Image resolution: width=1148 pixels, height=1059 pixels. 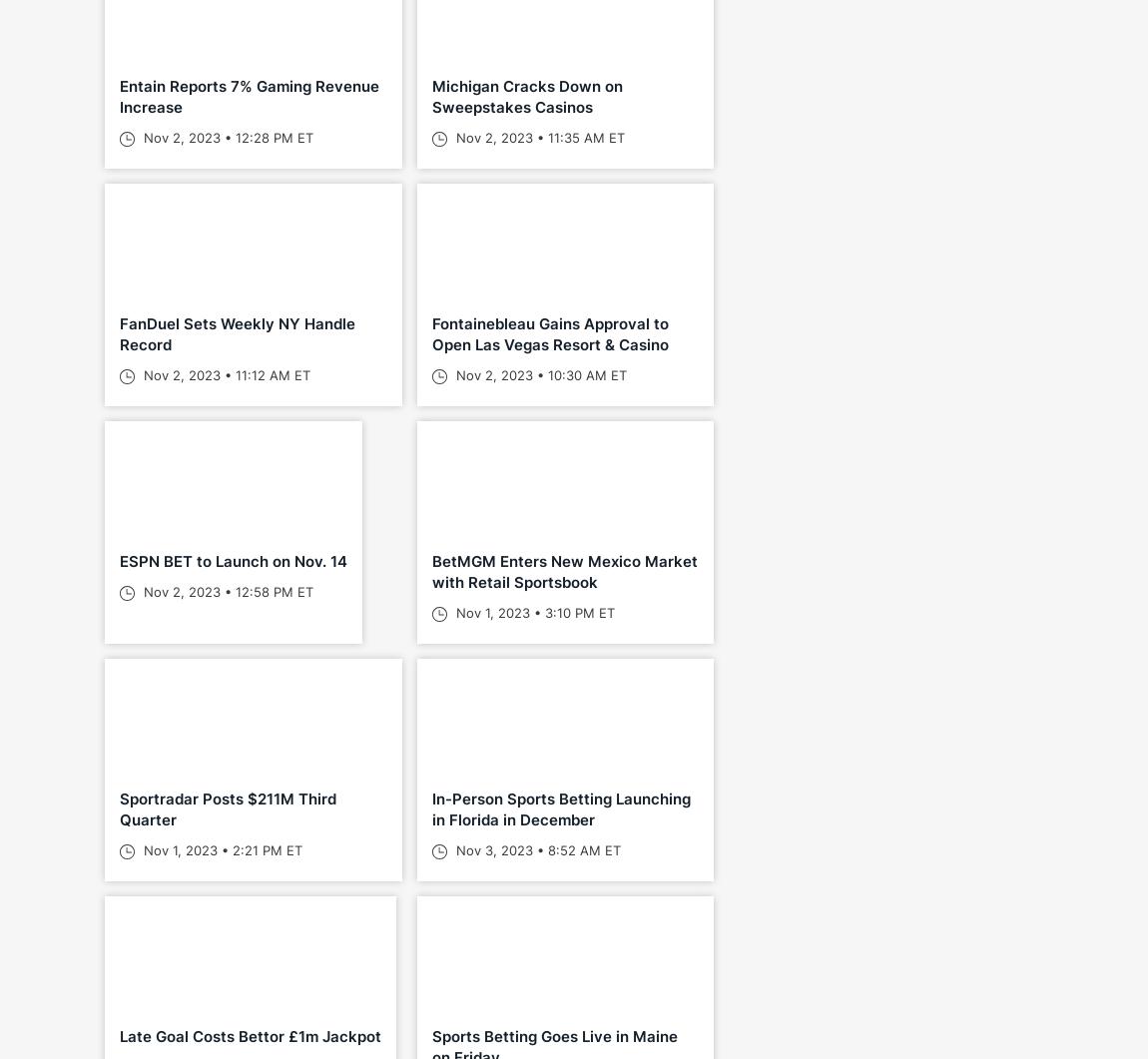 What do you see at coordinates (431, 809) in the screenshot?
I see `'In-Person Sports Betting Launching in Florida in December'` at bounding box center [431, 809].